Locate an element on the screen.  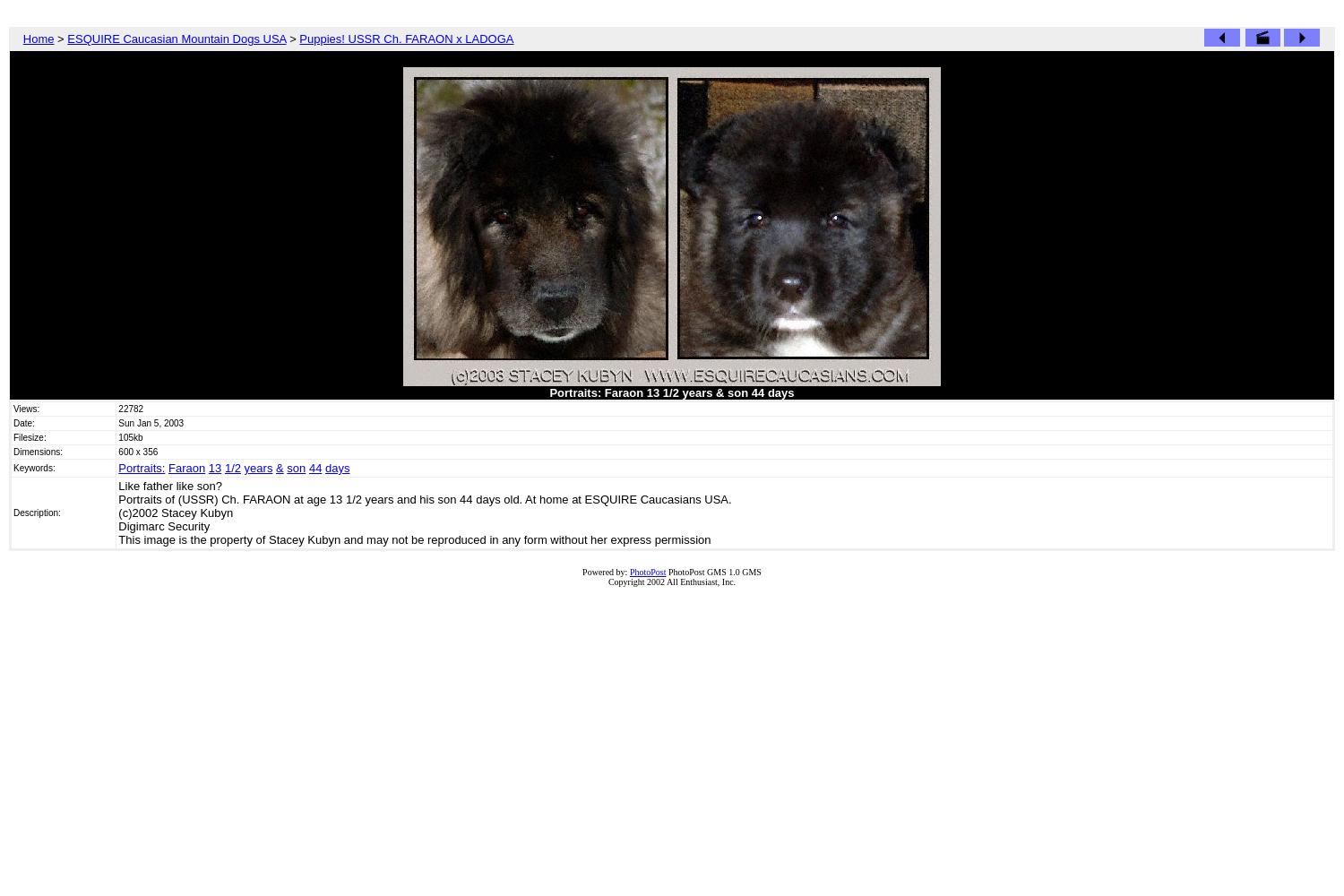
'Puppies! USSR Ch. FARAON x LADOGA' is located at coordinates (405, 39).